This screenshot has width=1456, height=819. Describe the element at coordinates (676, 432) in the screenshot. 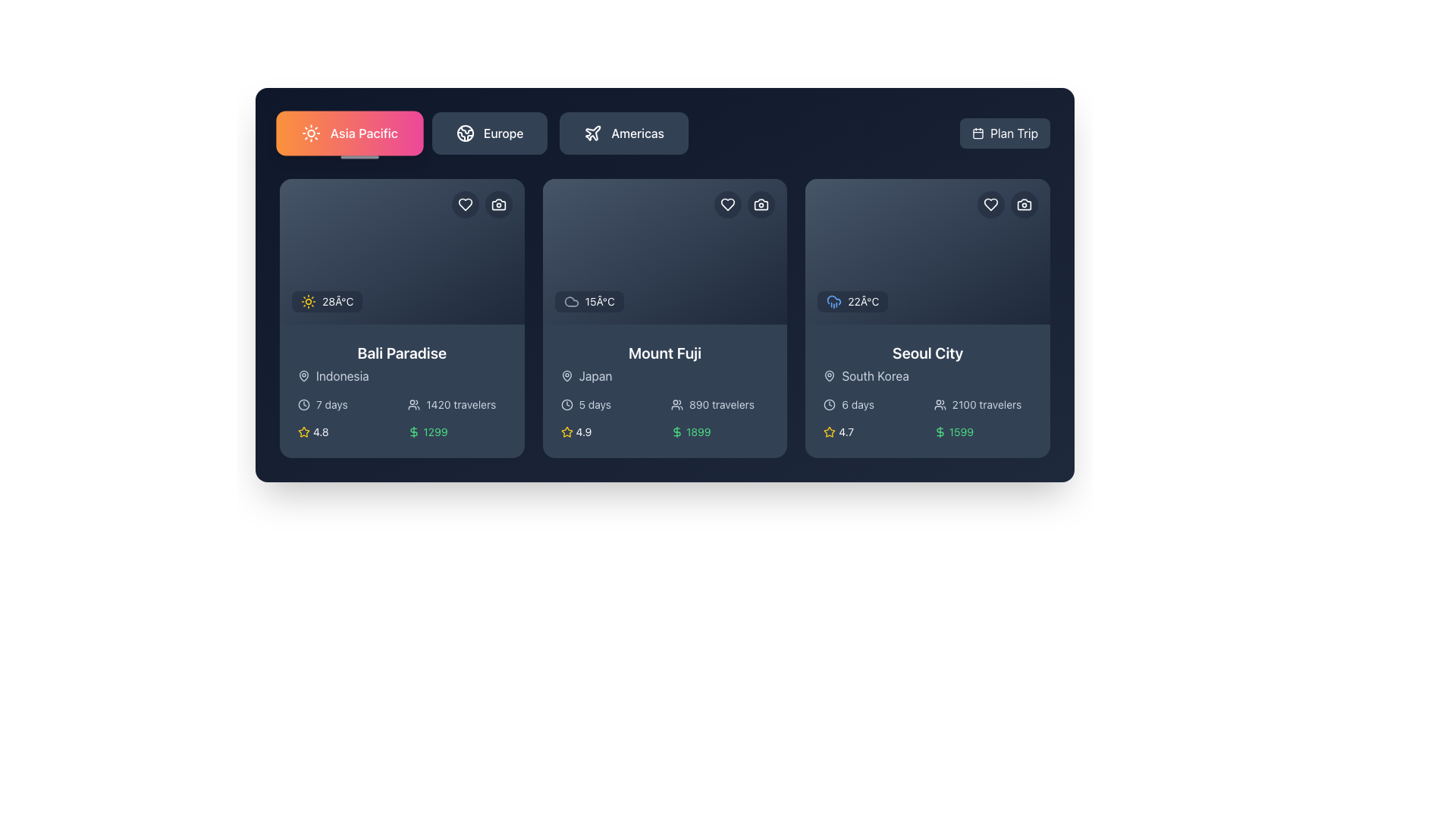

I see `the dollar sign icon located to the left of the numeric text '1899' inside the 'Mount Fuji' card, which is the second card from the left in the travel destination series` at that location.